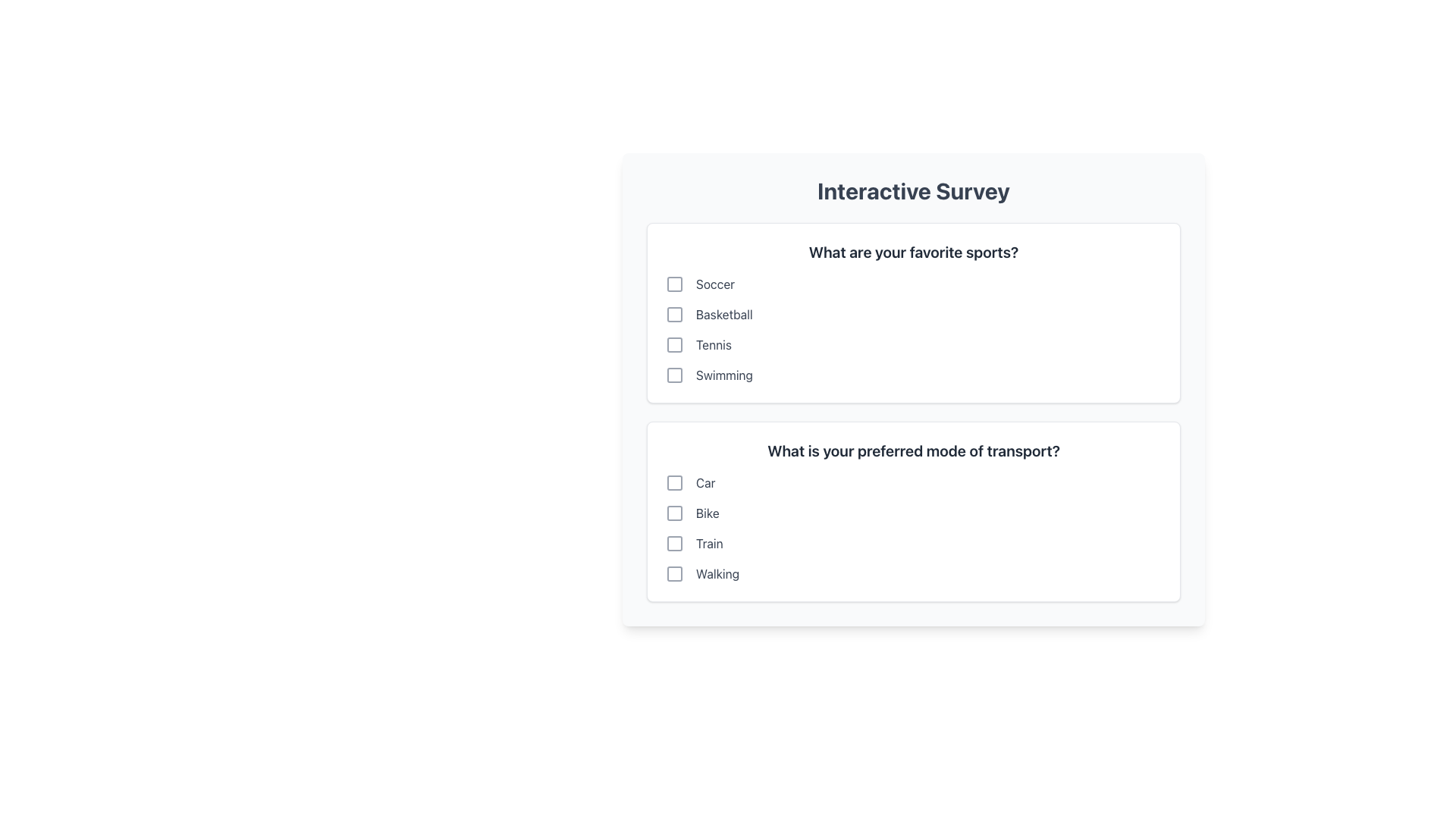  I want to click on the checkbox for the 'Tennis' option in the survey, so click(673, 345).